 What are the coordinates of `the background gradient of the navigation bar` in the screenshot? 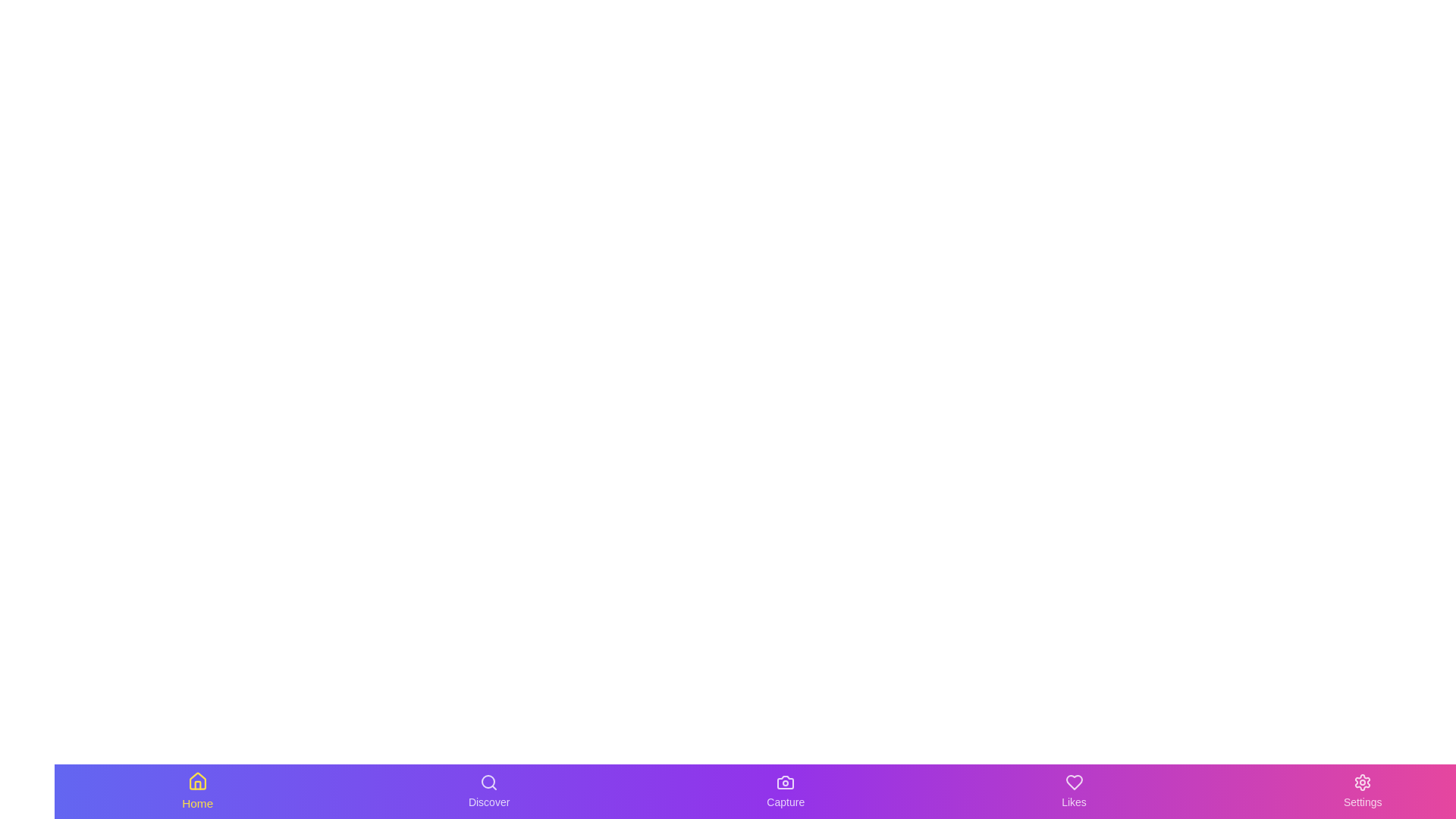 It's located at (582, 791).